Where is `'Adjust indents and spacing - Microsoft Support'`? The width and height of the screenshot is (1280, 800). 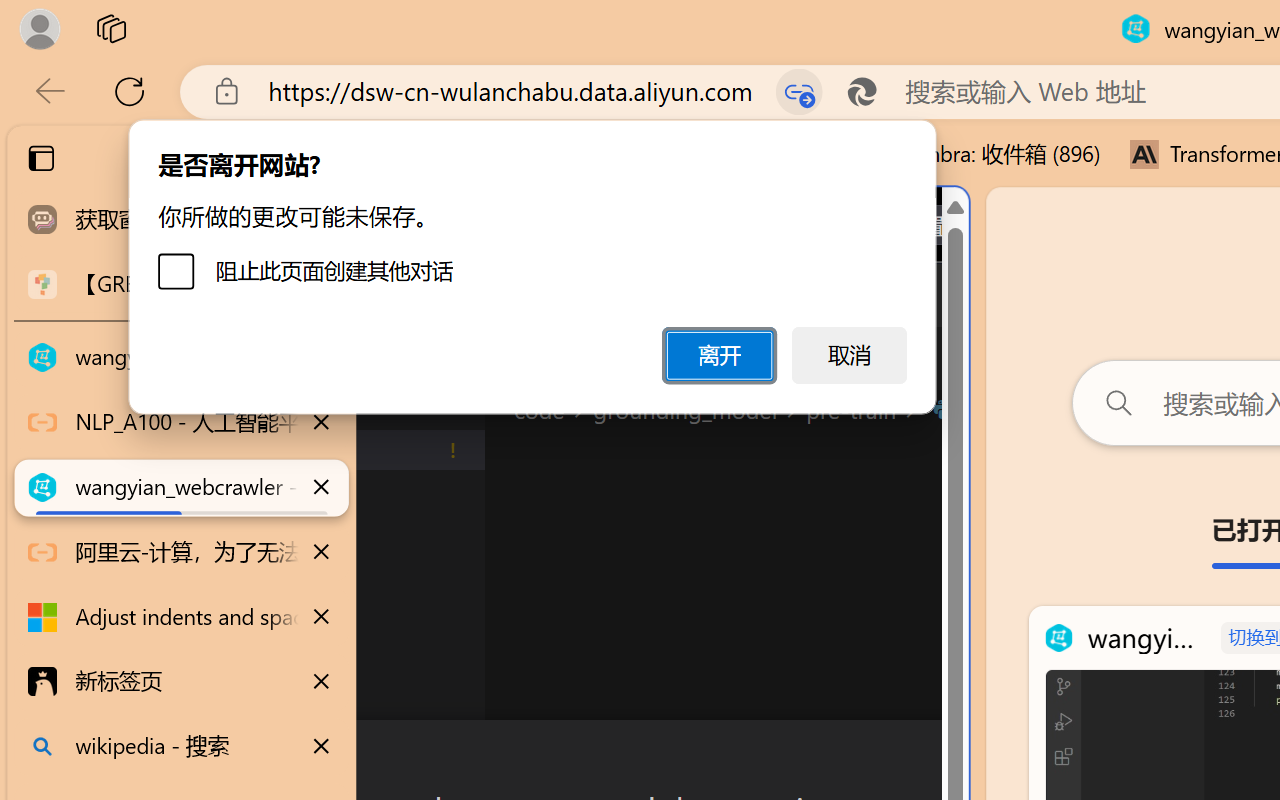 'Adjust indents and spacing - Microsoft Support' is located at coordinates (181, 617).